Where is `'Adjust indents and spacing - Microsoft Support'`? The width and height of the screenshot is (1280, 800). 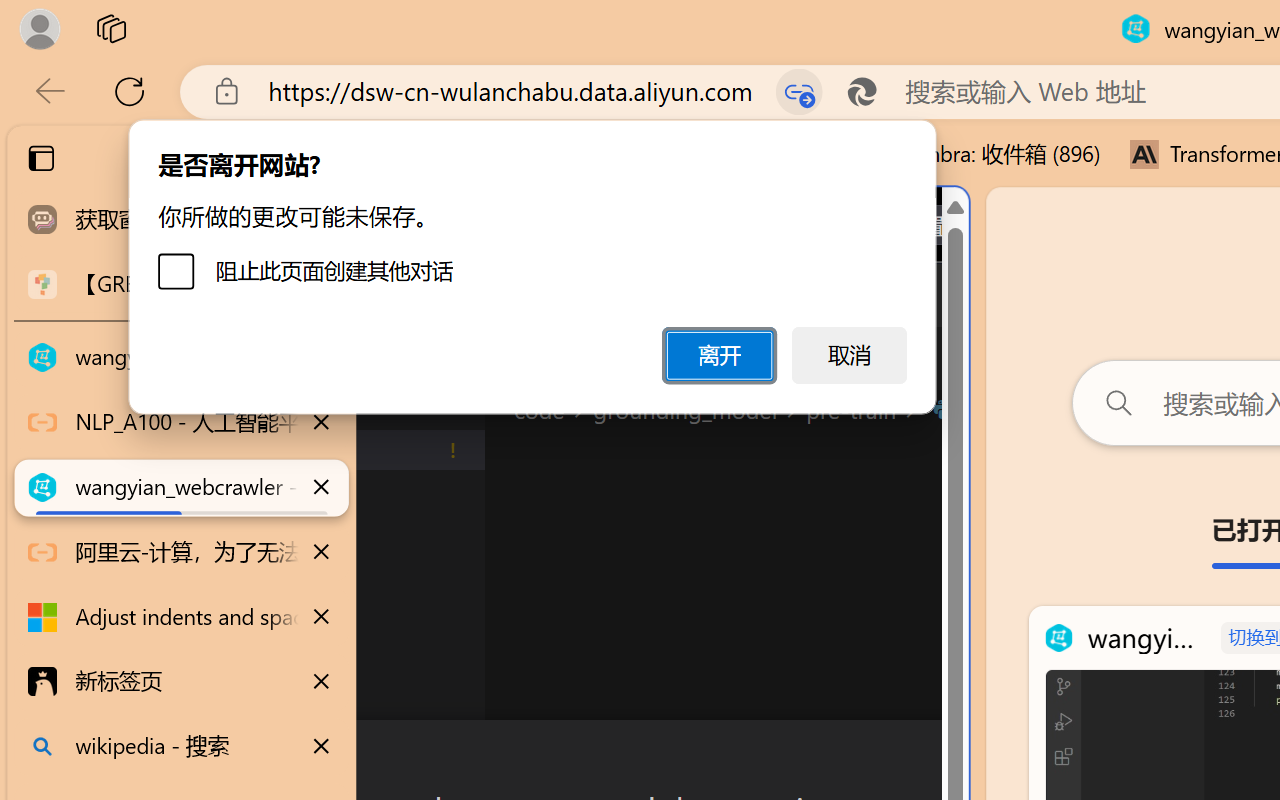 'Adjust indents and spacing - Microsoft Support' is located at coordinates (181, 617).